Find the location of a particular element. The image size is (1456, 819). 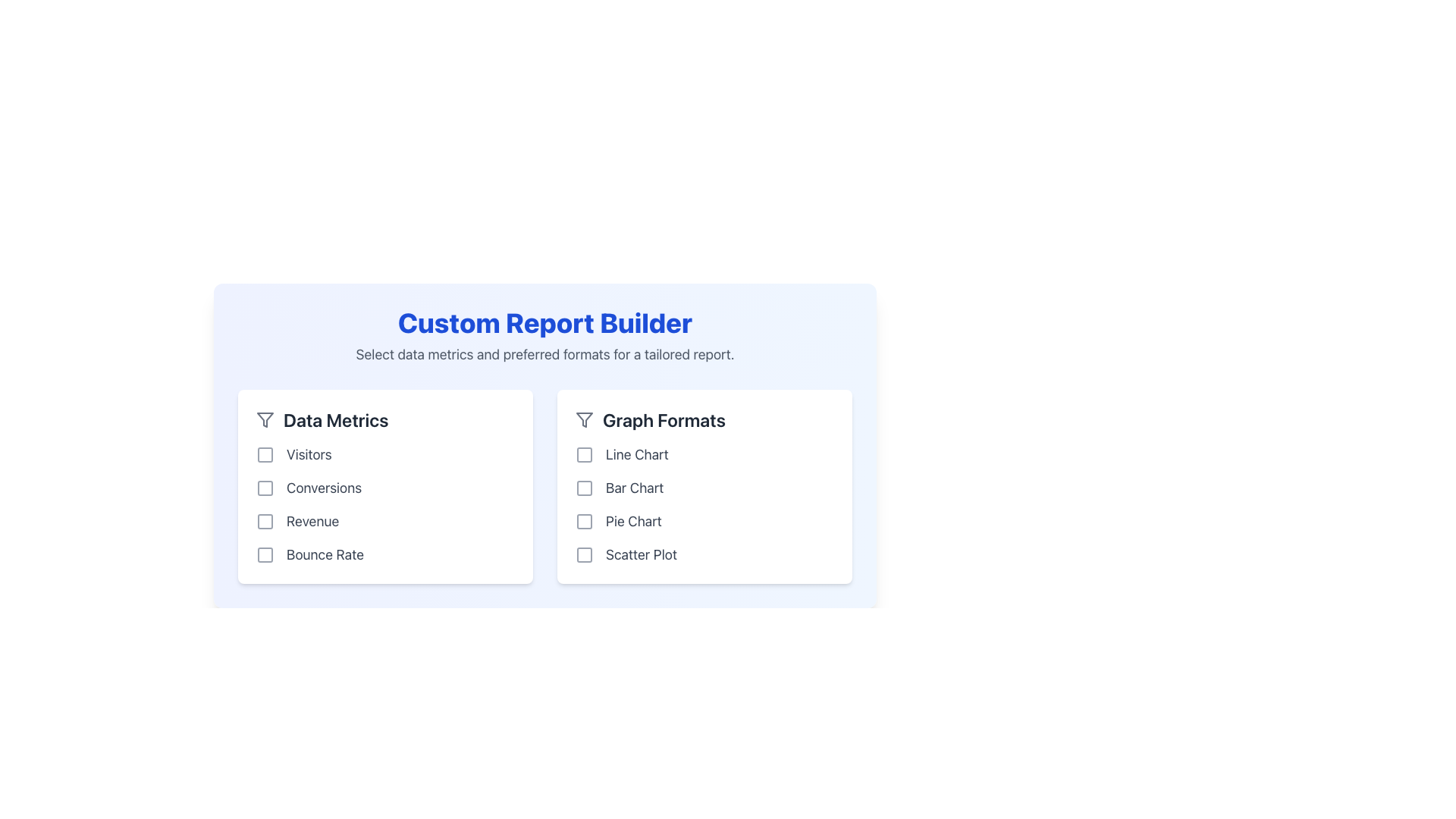

the checkbox icon located in the 'Graph Formats' section is located at coordinates (584, 520).